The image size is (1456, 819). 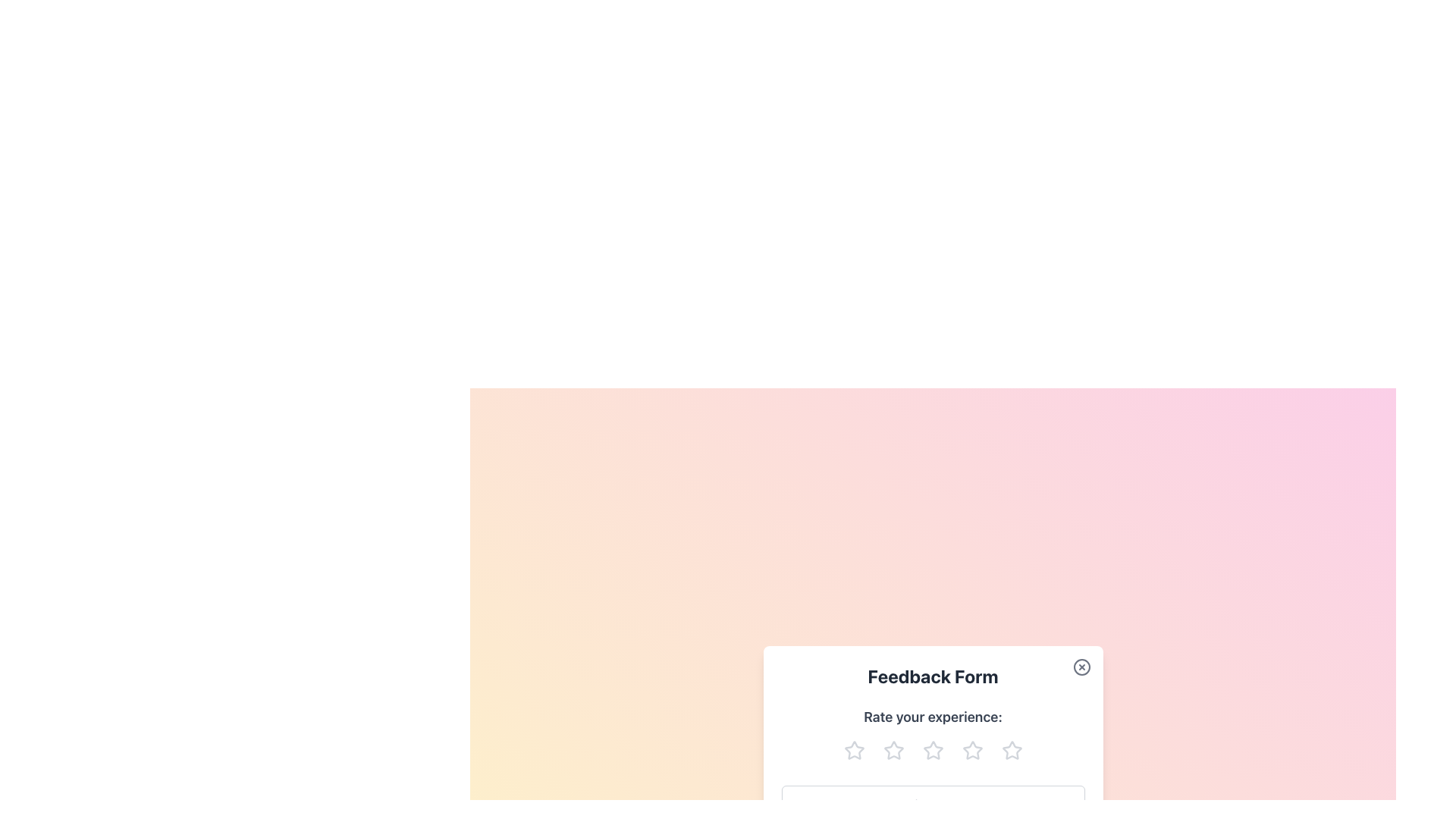 I want to click on the fifth star icon in the rating component located below the text 'Rate your experience:' for visual feedback, so click(x=1012, y=749).